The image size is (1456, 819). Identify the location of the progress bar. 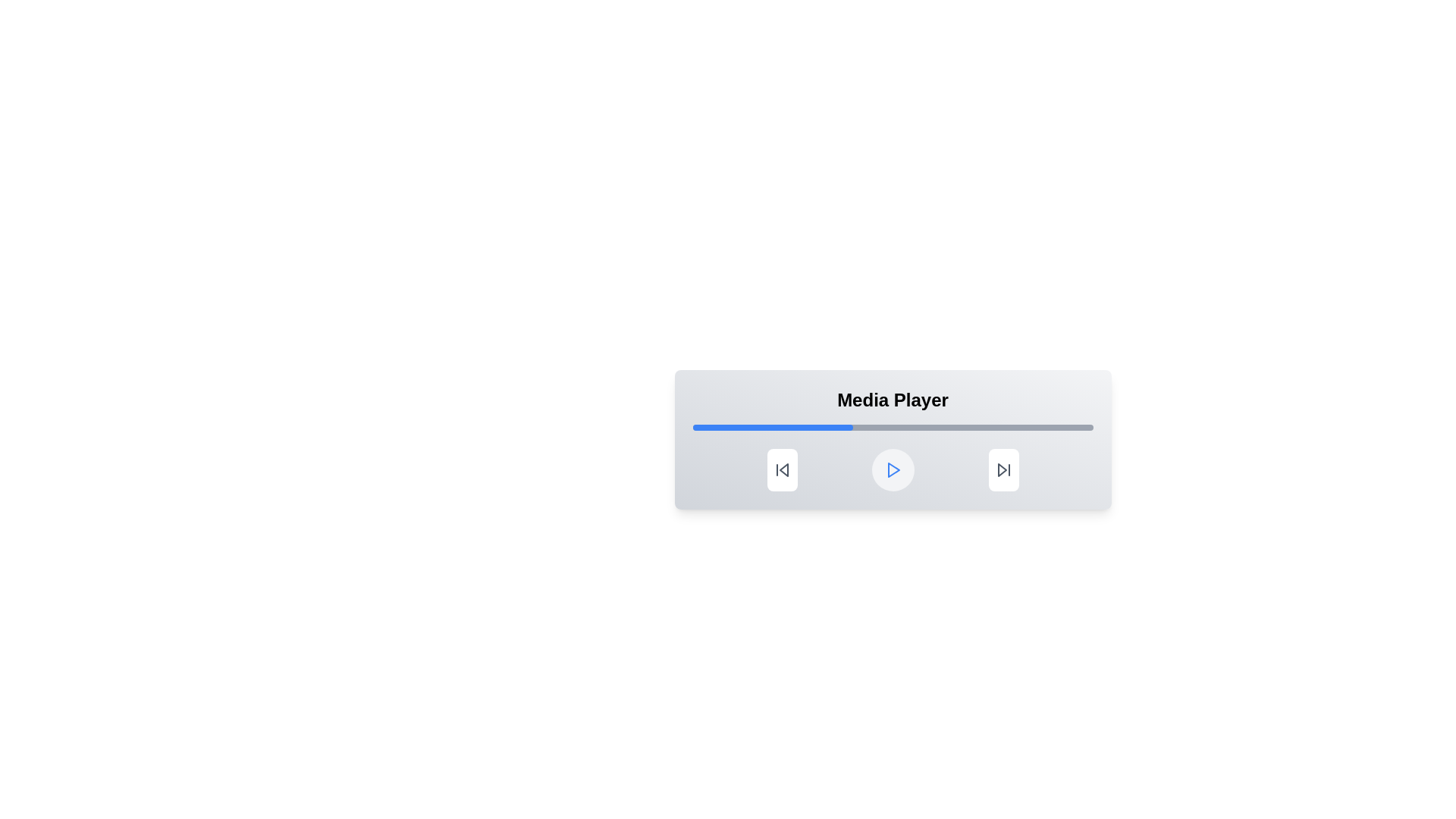
(828, 427).